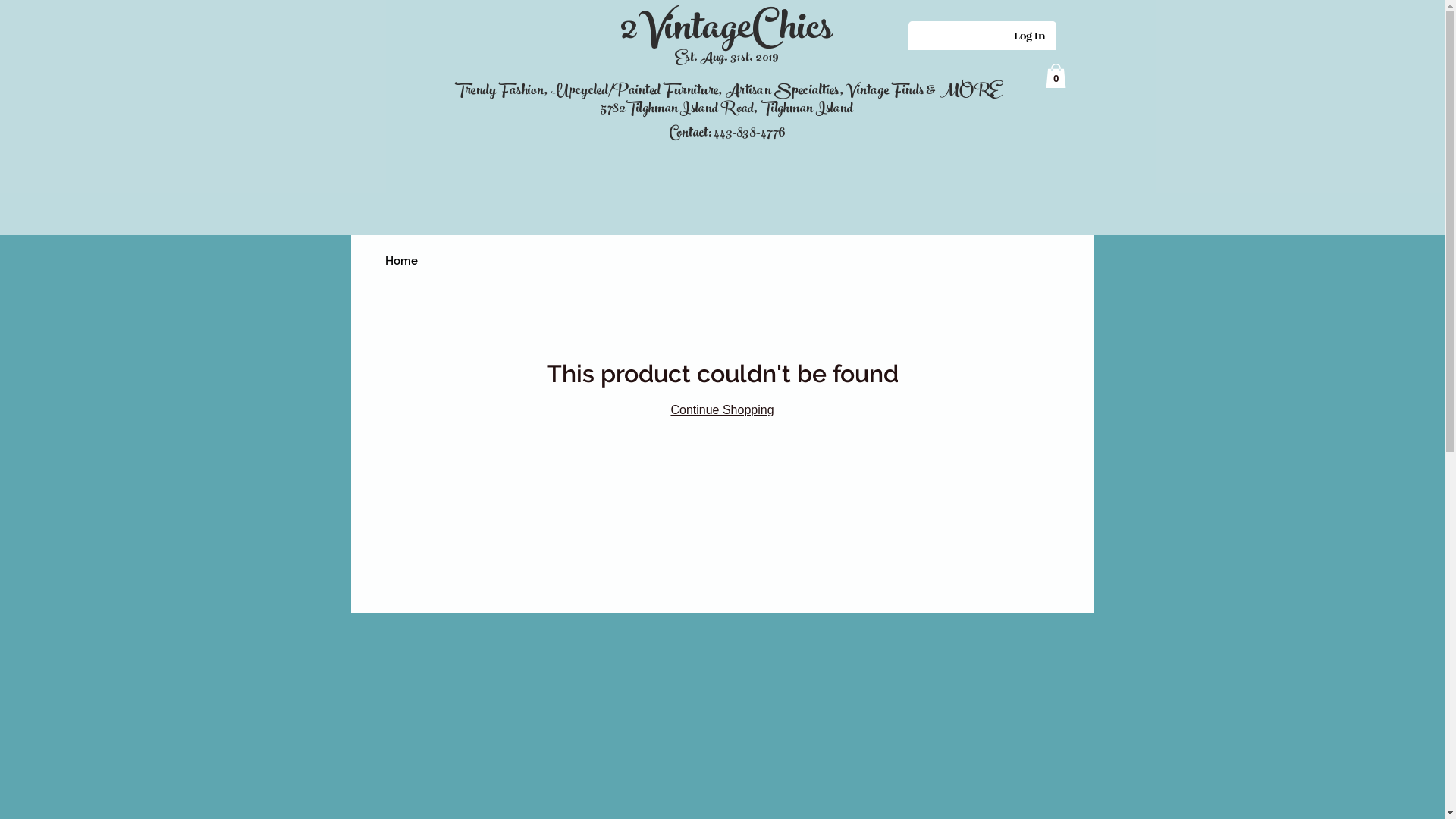 The image size is (1456, 819). Describe the element at coordinates (720, 409) in the screenshot. I see `'Continue Shopping'` at that location.